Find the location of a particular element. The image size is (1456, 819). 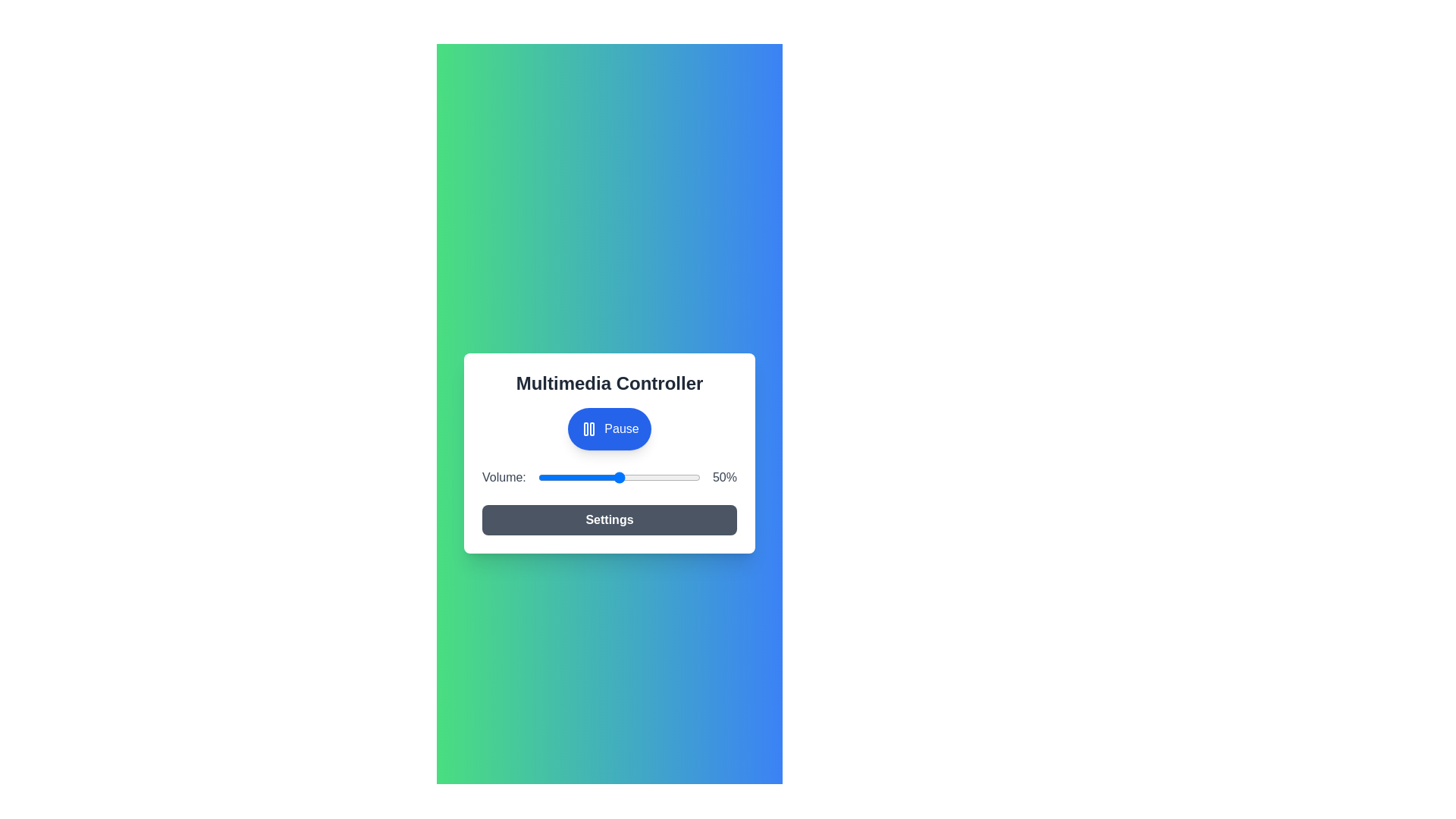

the volume is located at coordinates (588, 476).